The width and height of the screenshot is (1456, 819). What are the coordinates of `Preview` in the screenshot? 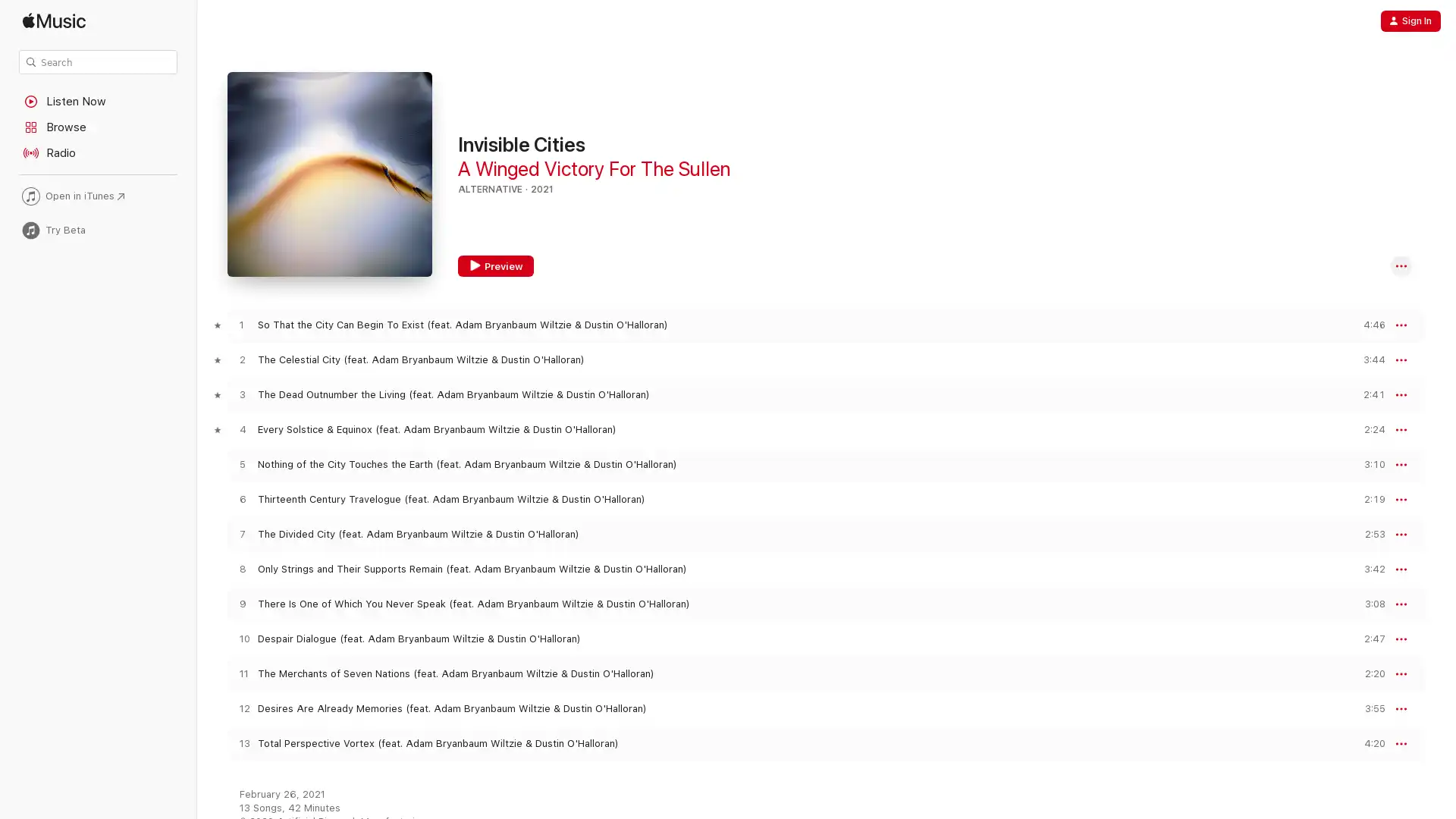 It's located at (1368, 429).